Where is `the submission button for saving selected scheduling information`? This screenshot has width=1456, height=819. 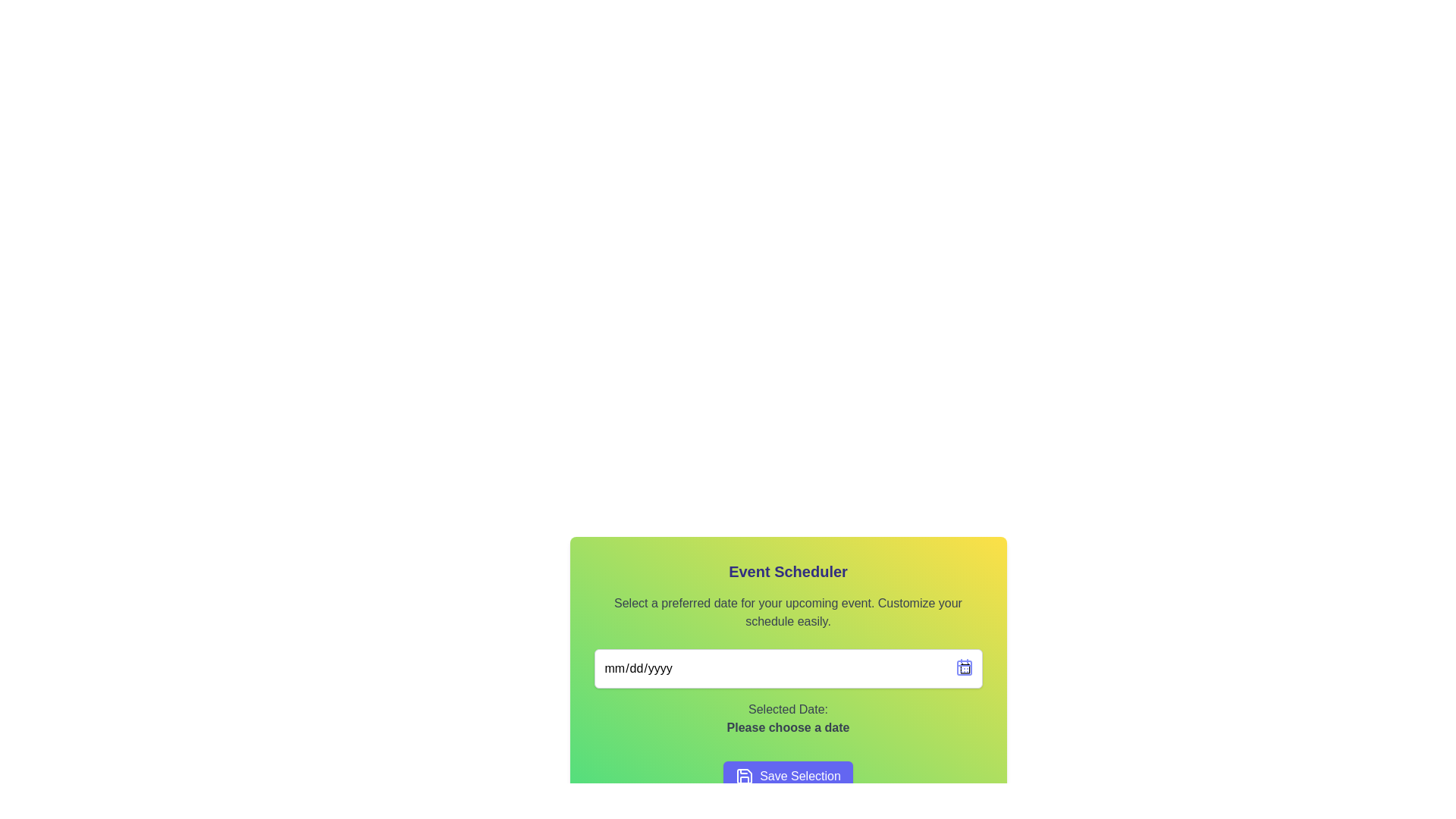
the submission button for saving selected scheduling information is located at coordinates (788, 776).